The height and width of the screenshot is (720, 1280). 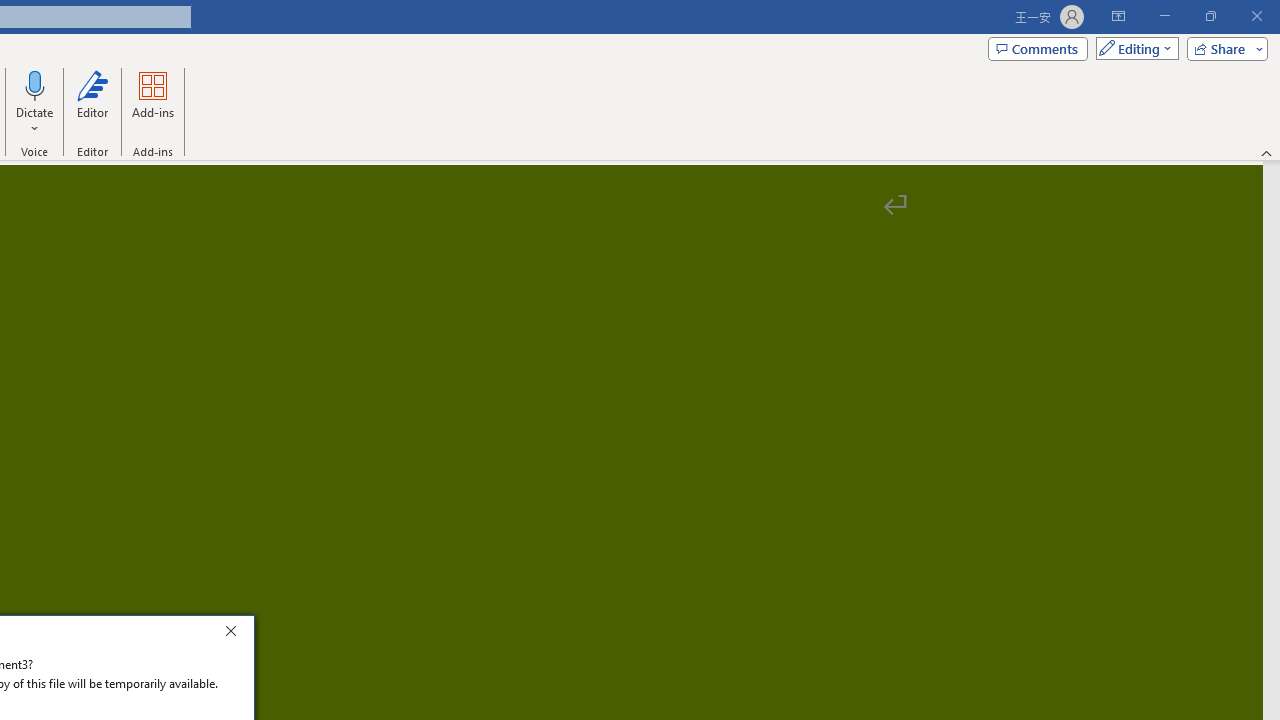 What do you see at coordinates (1038, 47) in the screenshot?
I see `'Comments'` at bounding box center [1038, 47].